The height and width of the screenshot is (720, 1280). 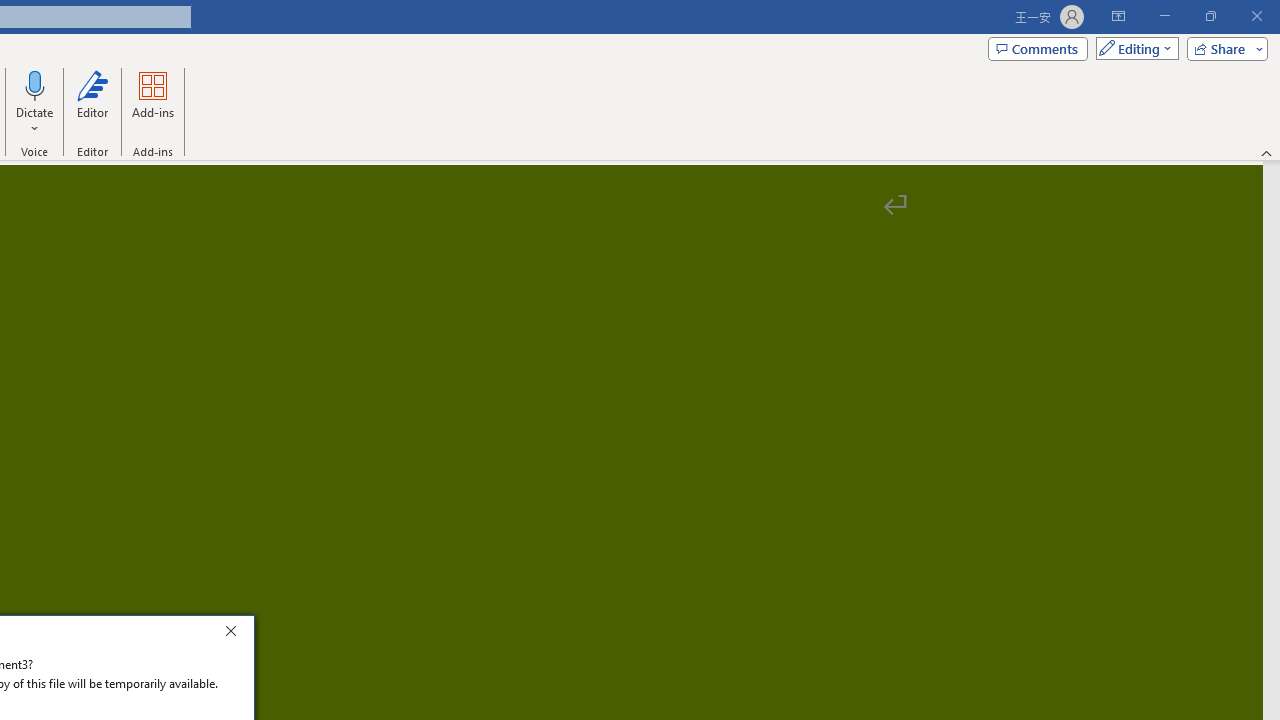 What do you see at coordinates (1038, 47) in the screenshot?
I see `'Comments'` at bounding box center [1038, 47].